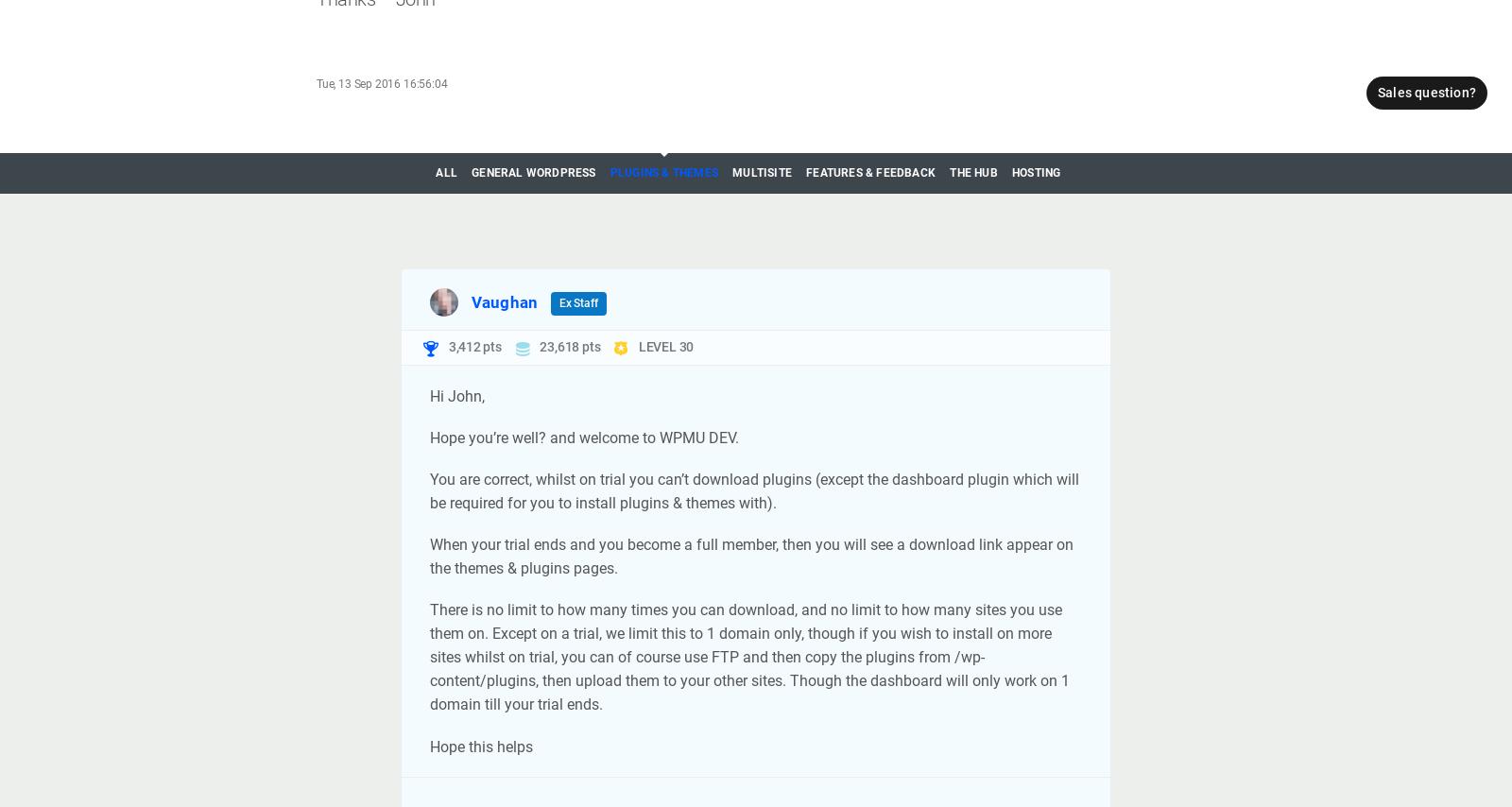  I want to click on 'When your trial ends and you become a full member, then you will see a download link appear on the themes & plugins pages.', so click(751, 557).